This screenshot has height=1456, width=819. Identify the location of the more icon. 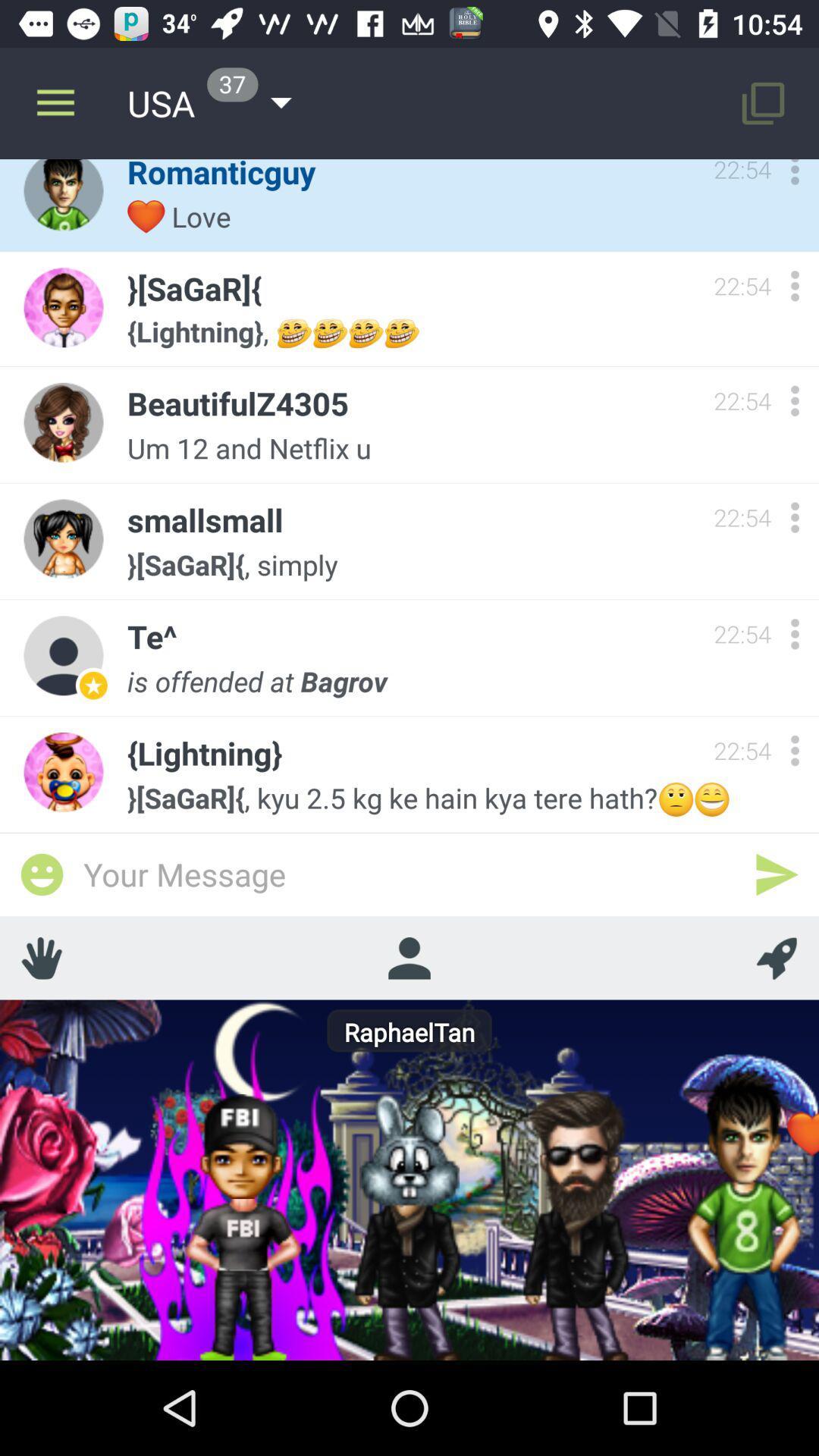
(794, 400).